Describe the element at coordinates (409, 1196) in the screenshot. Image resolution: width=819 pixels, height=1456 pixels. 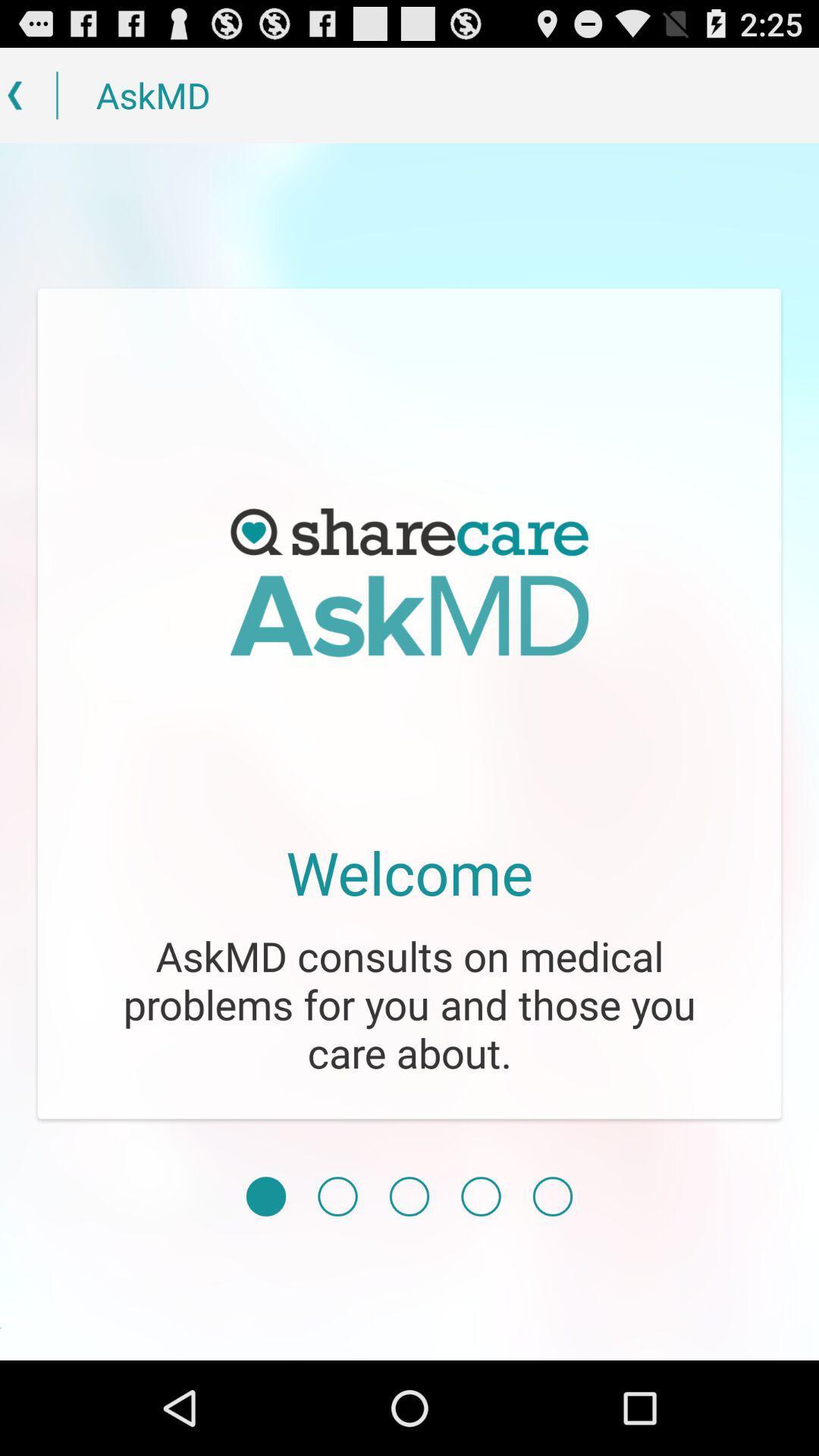
I see `third page selected` at that location.